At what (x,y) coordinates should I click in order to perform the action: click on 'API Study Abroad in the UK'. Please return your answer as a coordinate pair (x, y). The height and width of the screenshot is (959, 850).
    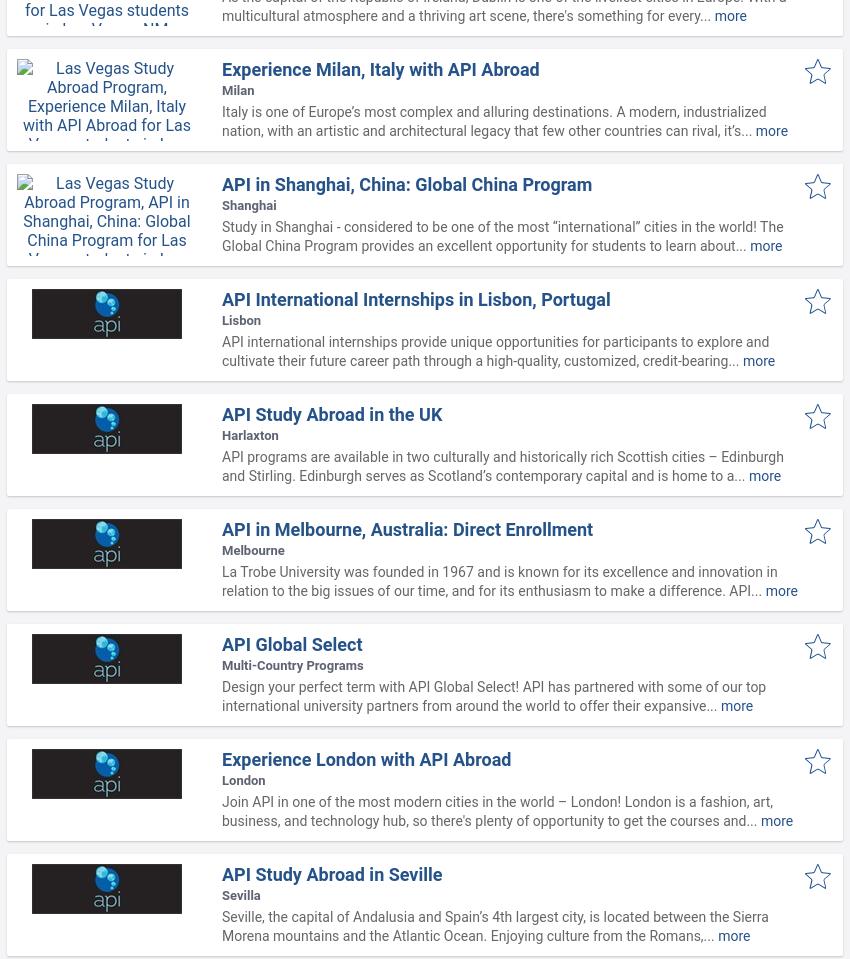
    Looking at the image, I should click on (332, 413).